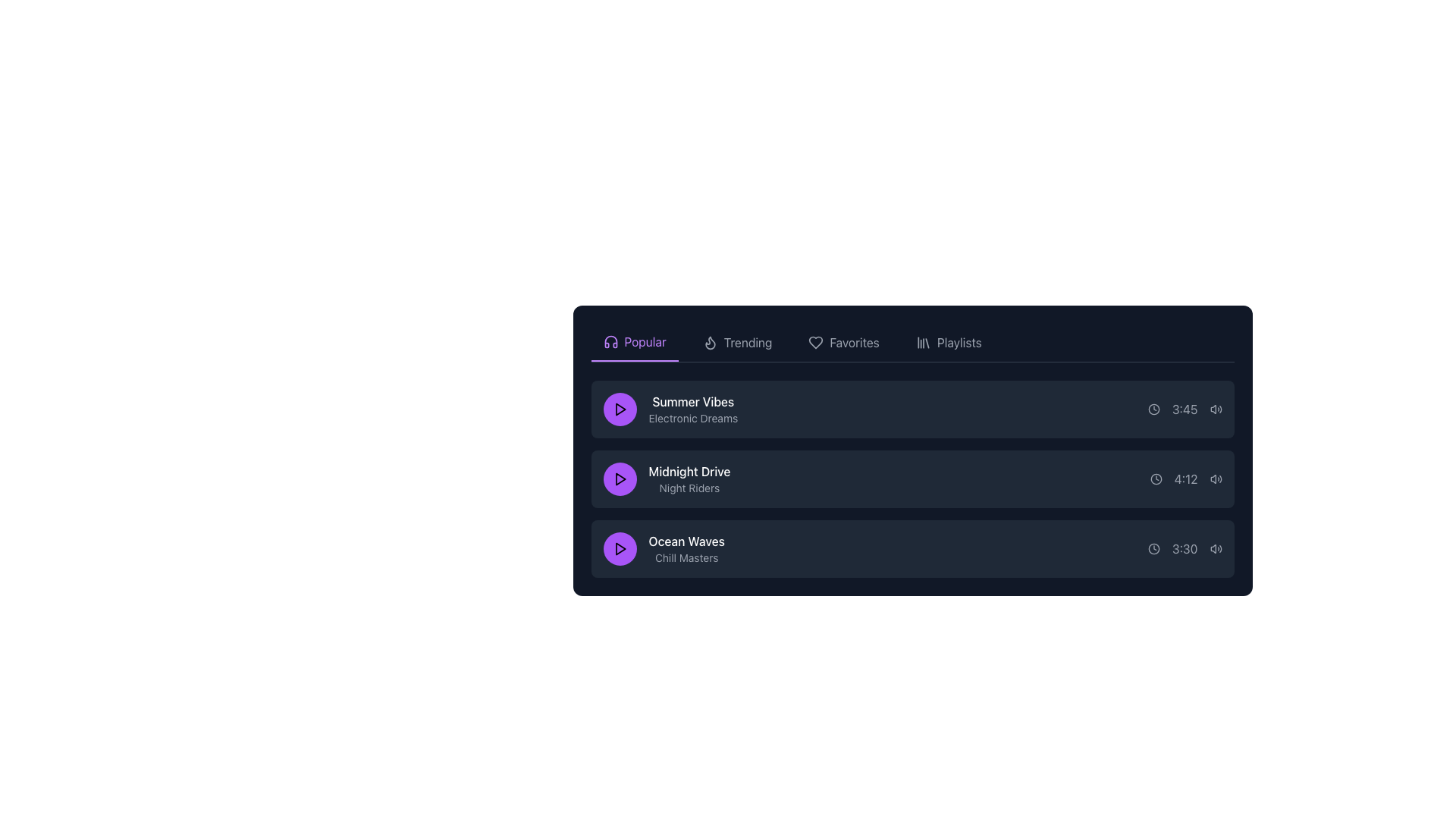 This screenshot has height=819, width=1456. What do you see at coordinates (620, 479) in the screenshot?
I see `the play button located to the left of the 'Midnight Drive' text` at bounding box center [620, 479].